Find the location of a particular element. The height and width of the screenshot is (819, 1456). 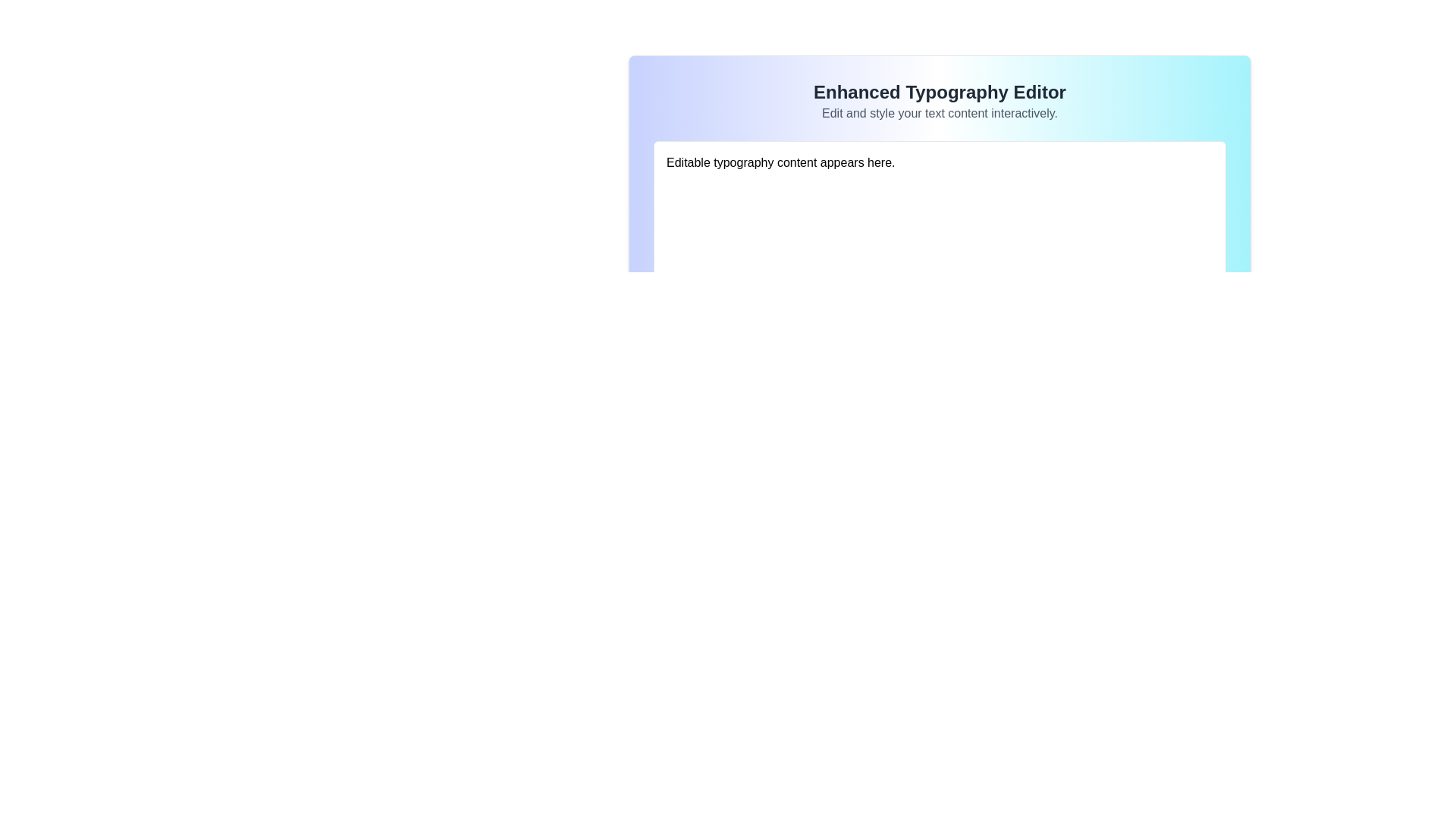

the text block displaying 'Enhanced Typography Editor' with the subheading 'Edit and style your text content interactively' is located at coordinates (939, 102).